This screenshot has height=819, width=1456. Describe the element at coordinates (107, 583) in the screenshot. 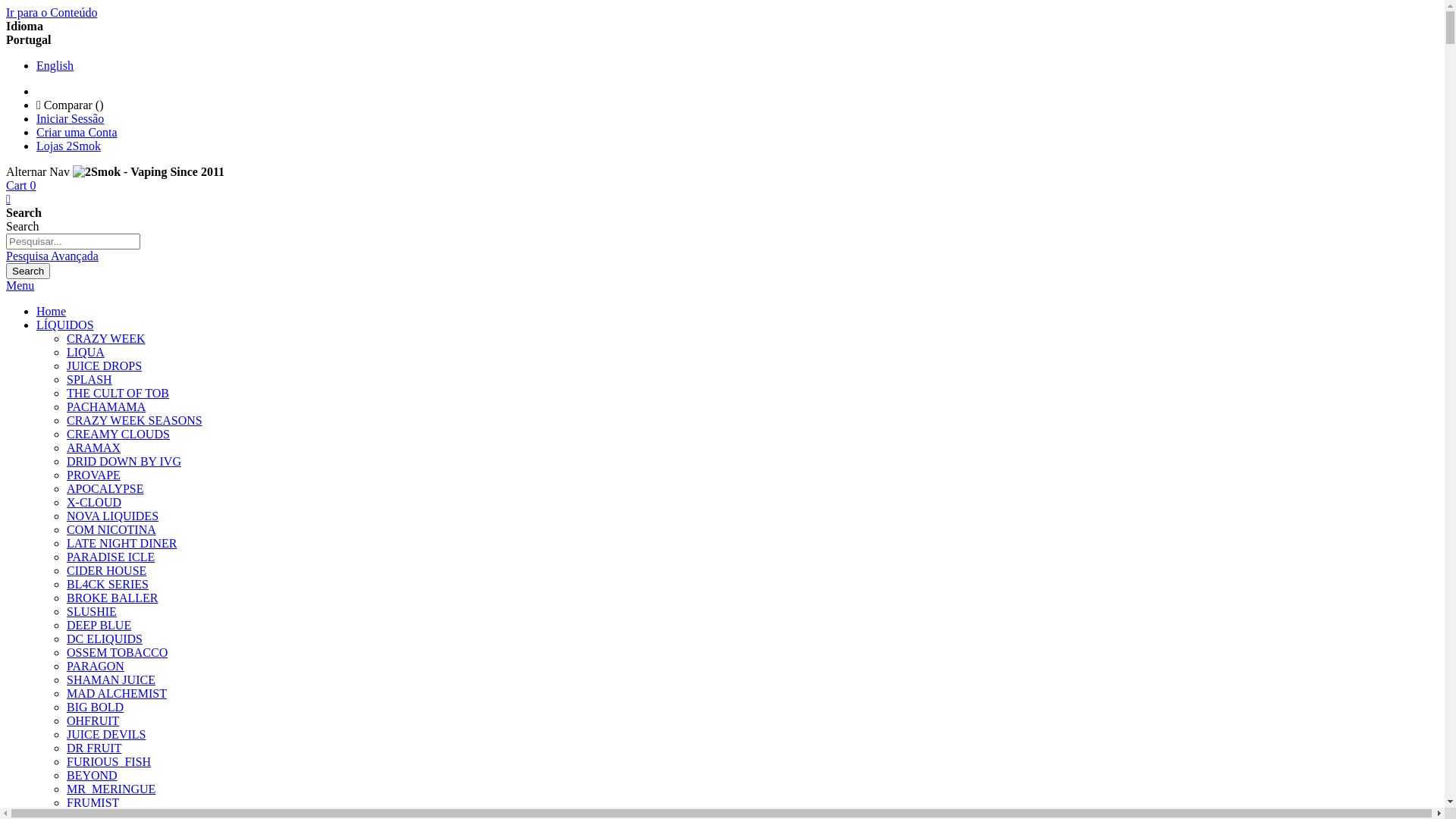

I see `'BL4CK SERIES'` at that location.